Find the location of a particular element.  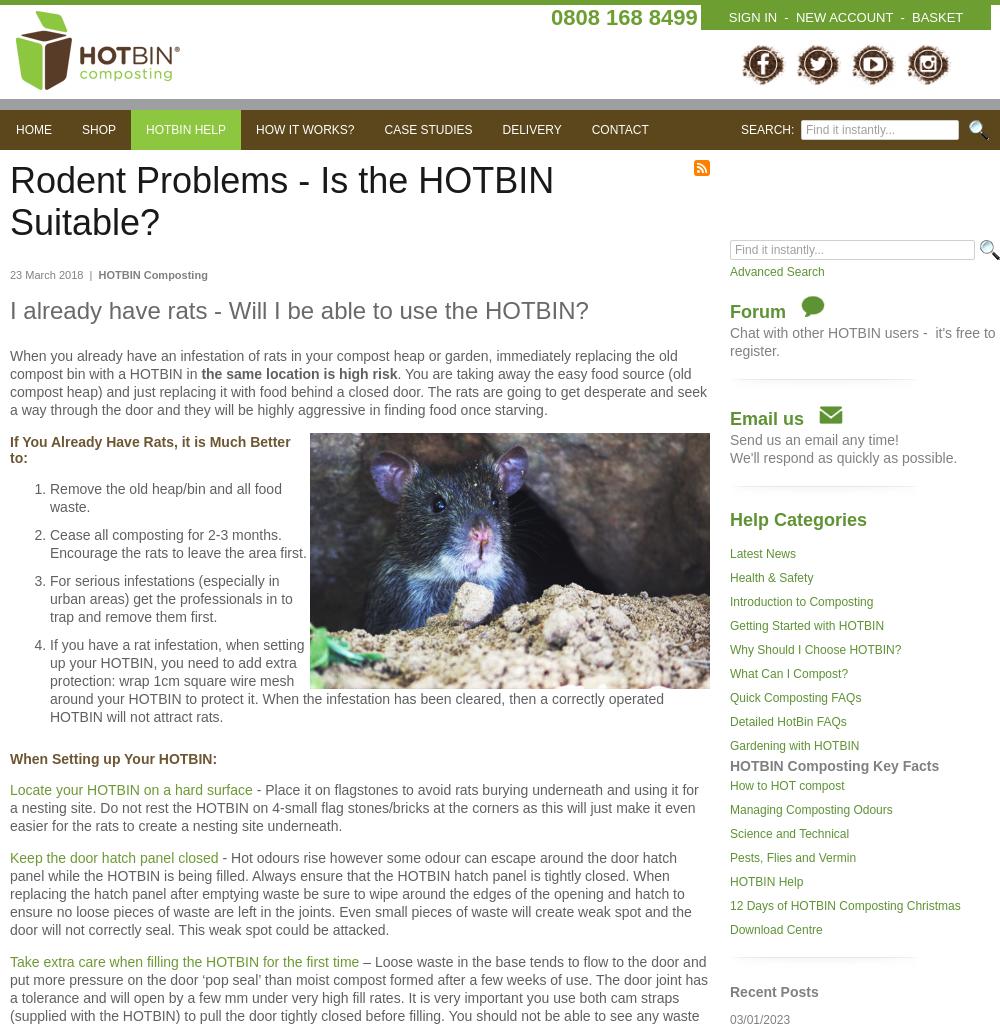

'SEARCH:' is located at coordinates (770, 129).